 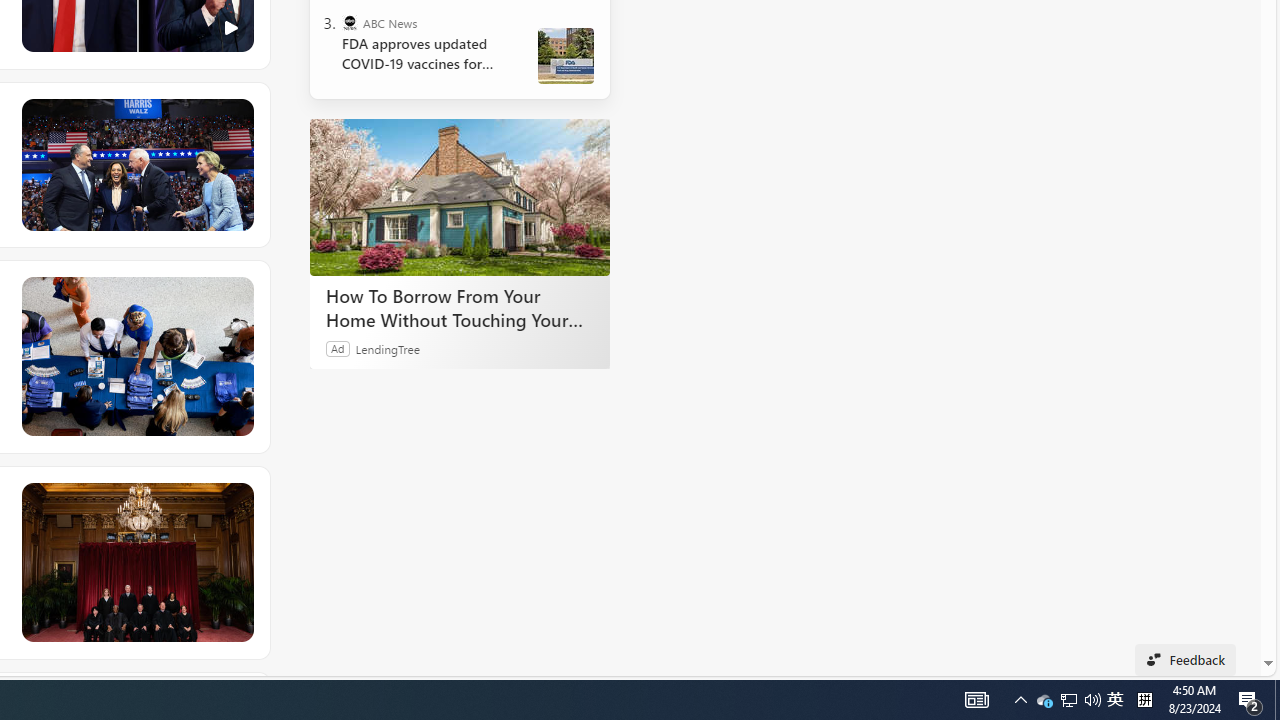 I want to click on 'Feedback', so click(x=1185, y=659).